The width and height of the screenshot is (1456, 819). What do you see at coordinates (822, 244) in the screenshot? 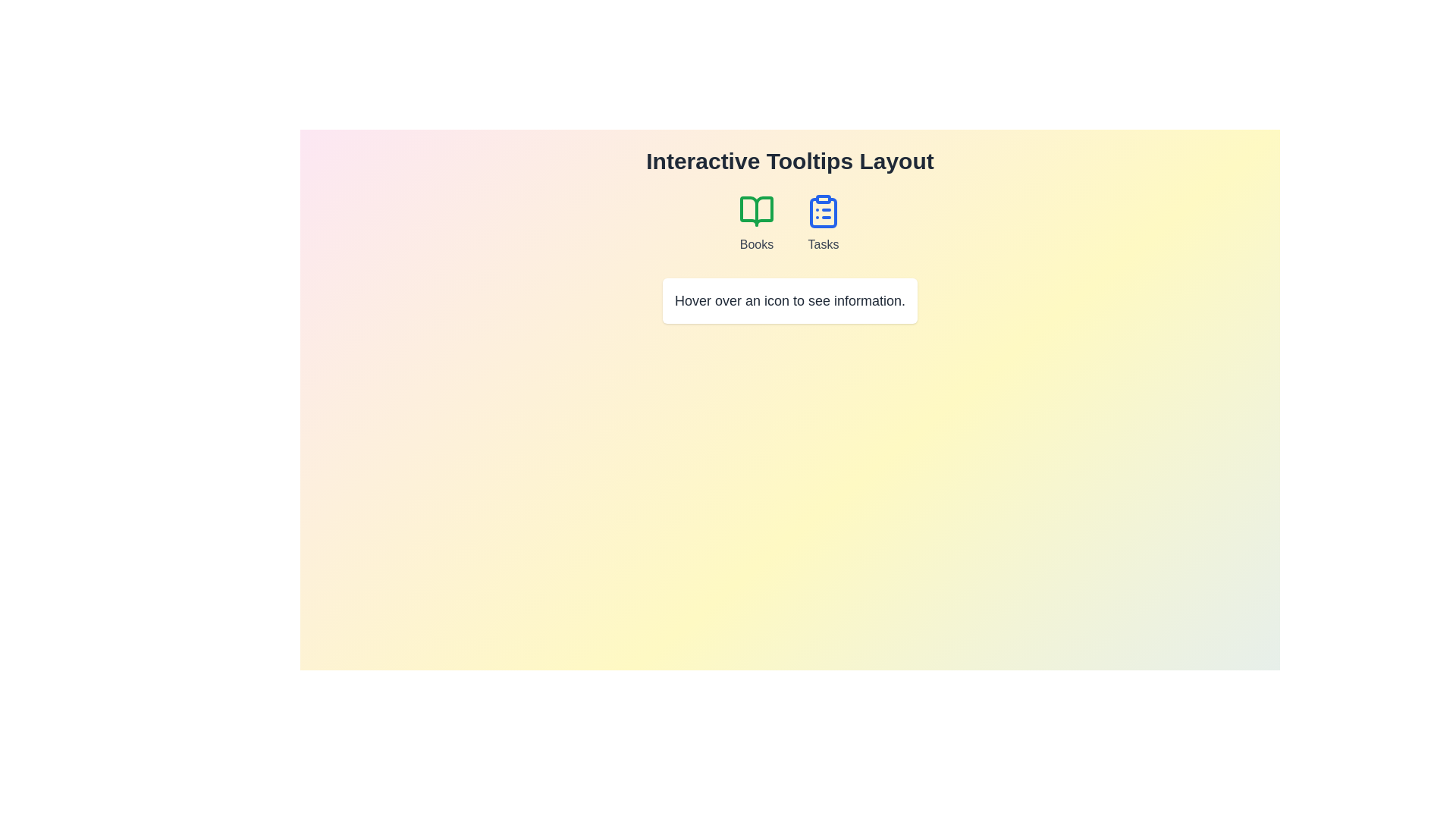
I see `the text label located directly below the blue clipboard icon to associate it with the icon above` at bounding box center [822, 244].